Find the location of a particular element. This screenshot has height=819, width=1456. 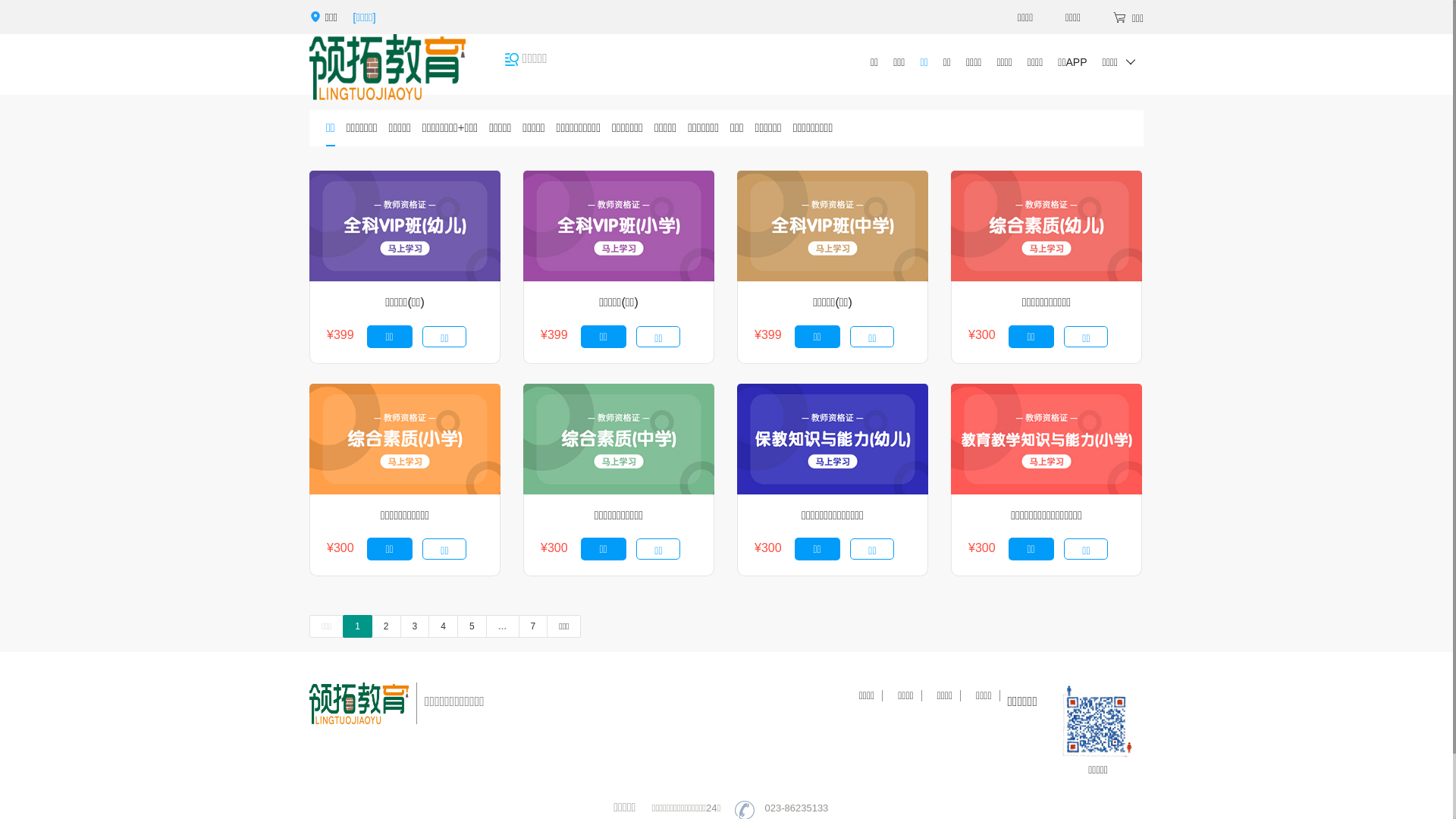

'7' is located at coordinates (533, 626).